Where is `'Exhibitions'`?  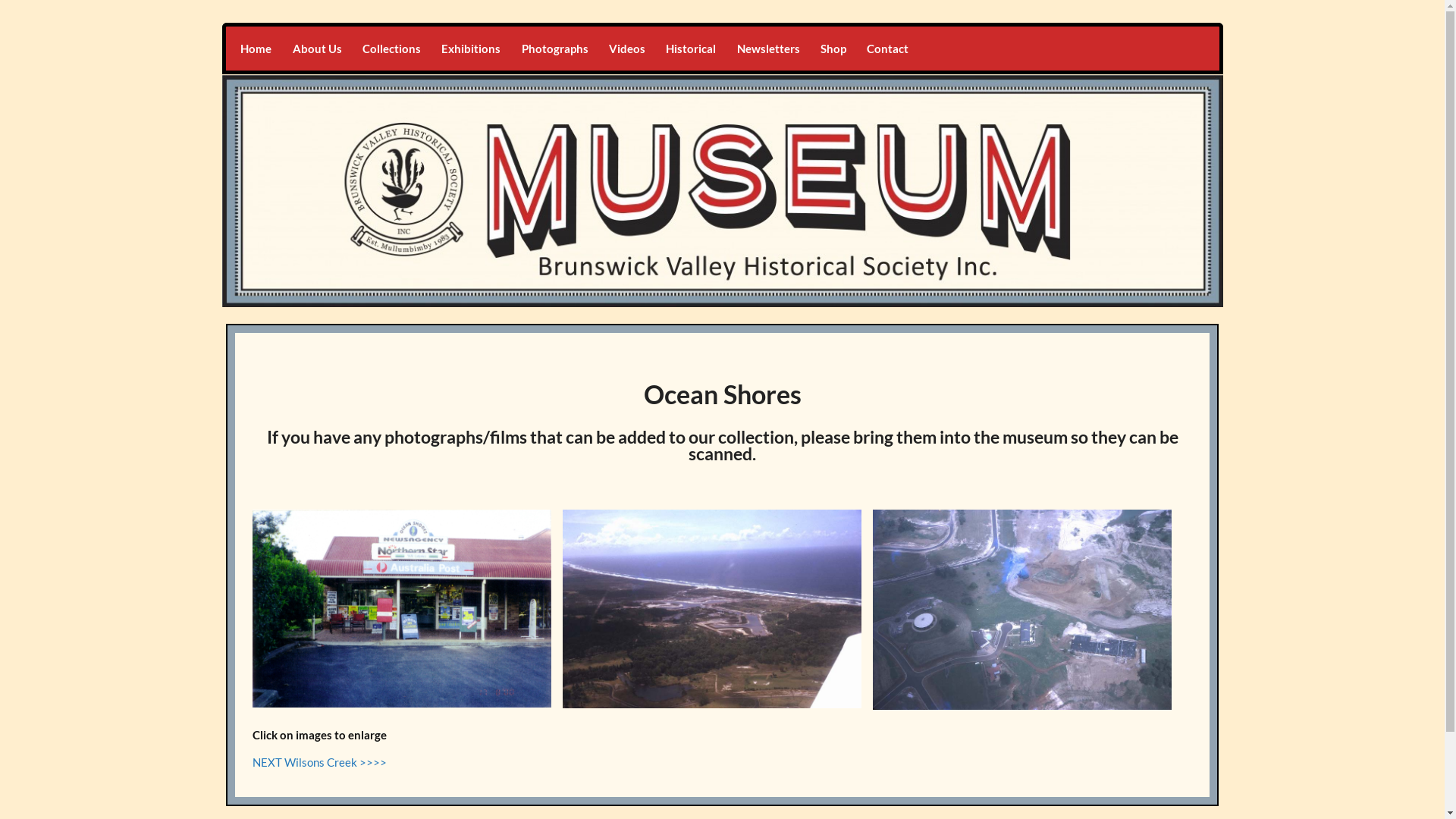
'Exhibitions' is located at coordinates (470, 48).